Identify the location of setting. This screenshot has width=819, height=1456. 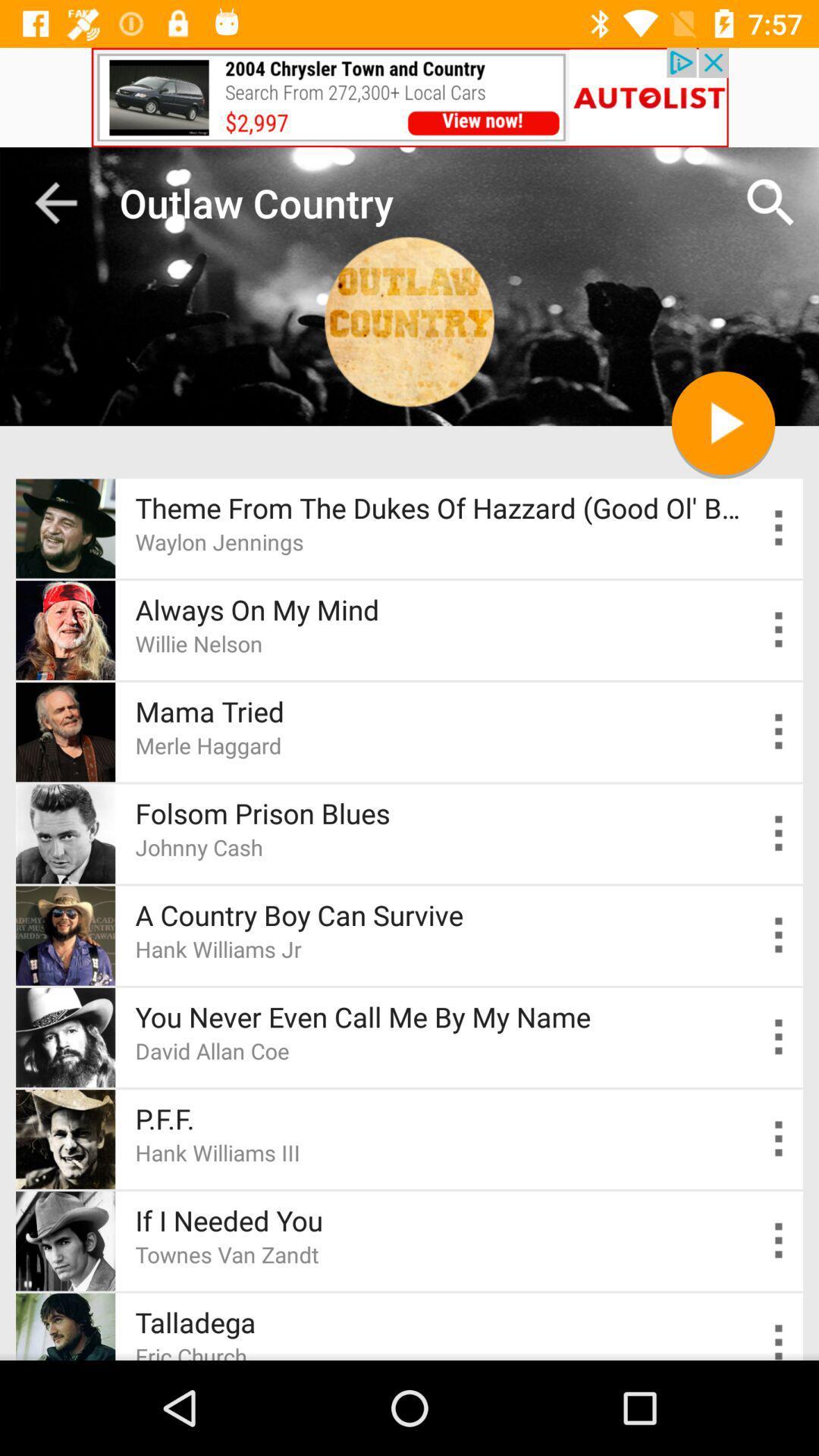
(779, 1241).